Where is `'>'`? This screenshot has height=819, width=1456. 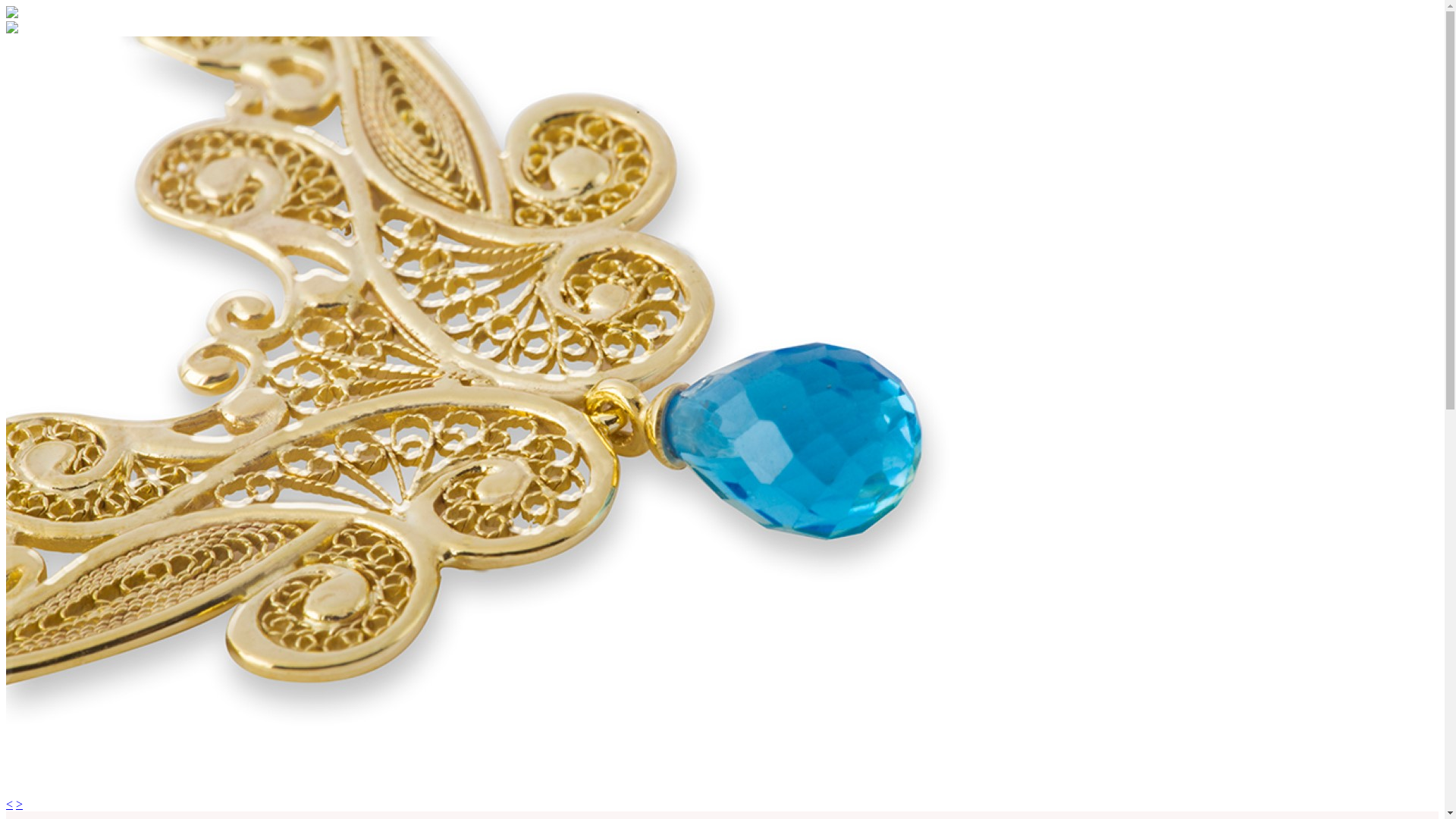 '>' is located at coordinates (19, 803).